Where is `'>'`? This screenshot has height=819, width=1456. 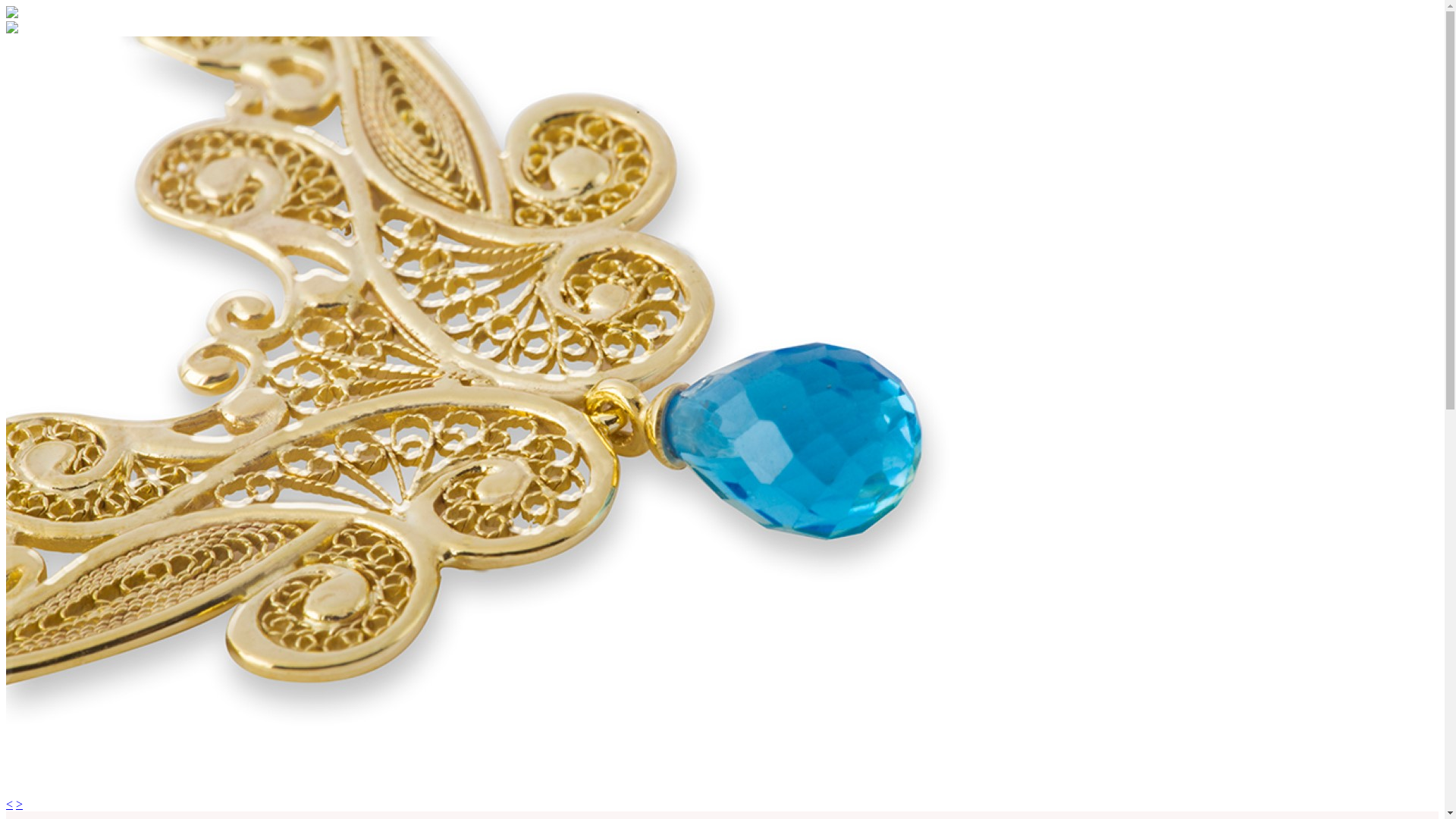 '>' is located at coordinates (19, 803).